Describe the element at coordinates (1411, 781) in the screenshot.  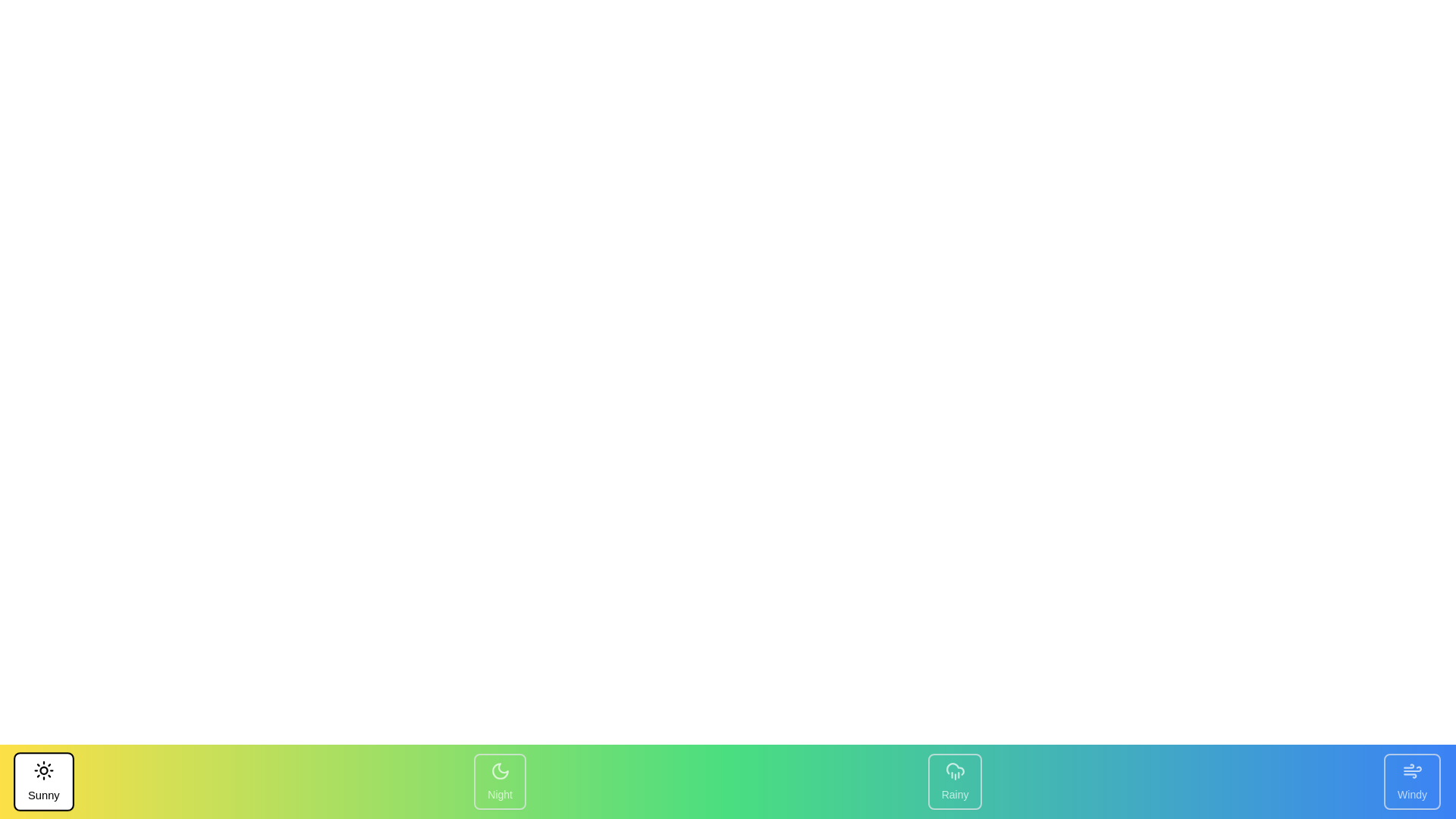
I see `the tab corresponding to the selected weather condition Windy` at that location.